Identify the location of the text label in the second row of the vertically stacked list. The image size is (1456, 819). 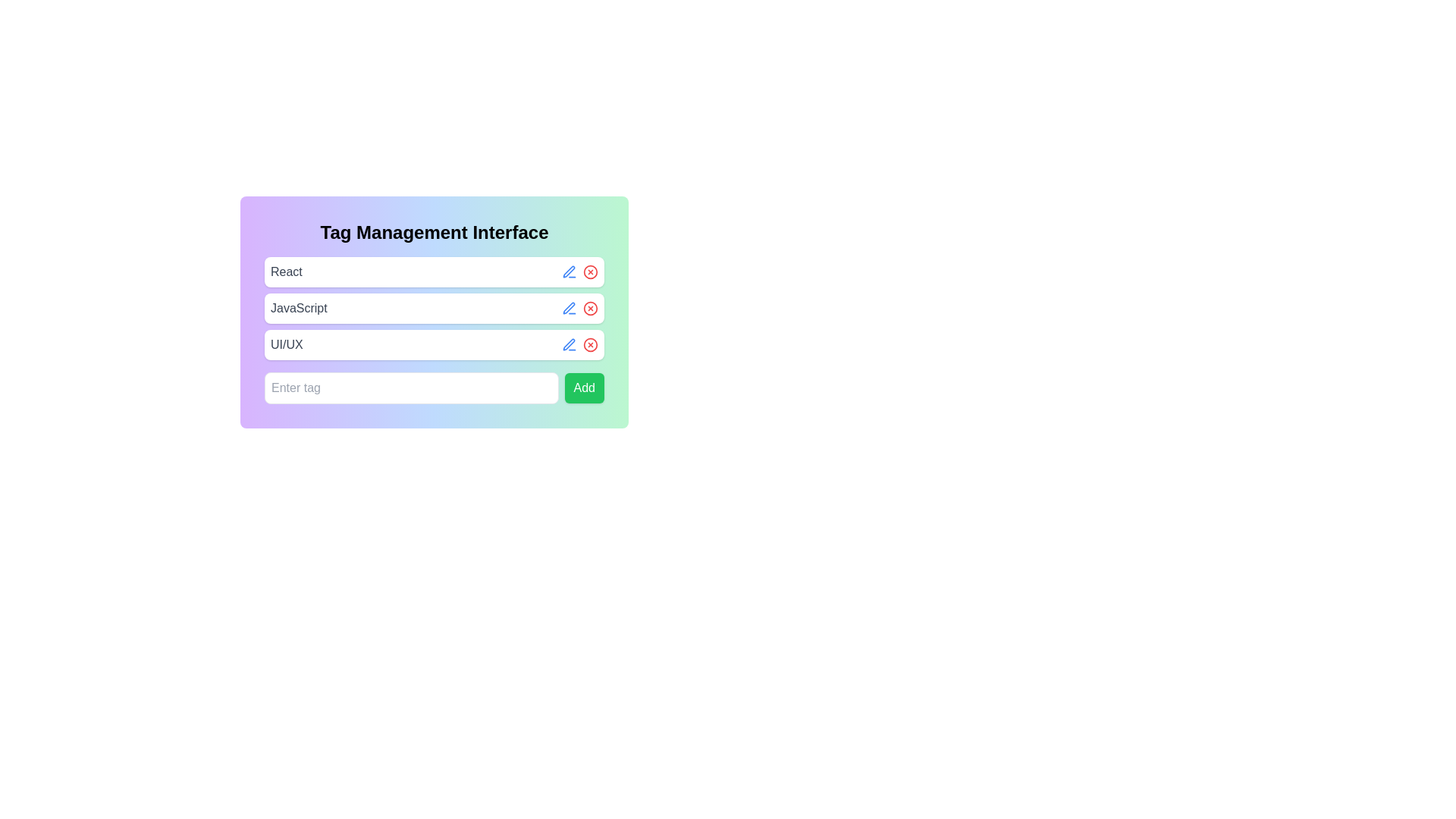
(299, 308).